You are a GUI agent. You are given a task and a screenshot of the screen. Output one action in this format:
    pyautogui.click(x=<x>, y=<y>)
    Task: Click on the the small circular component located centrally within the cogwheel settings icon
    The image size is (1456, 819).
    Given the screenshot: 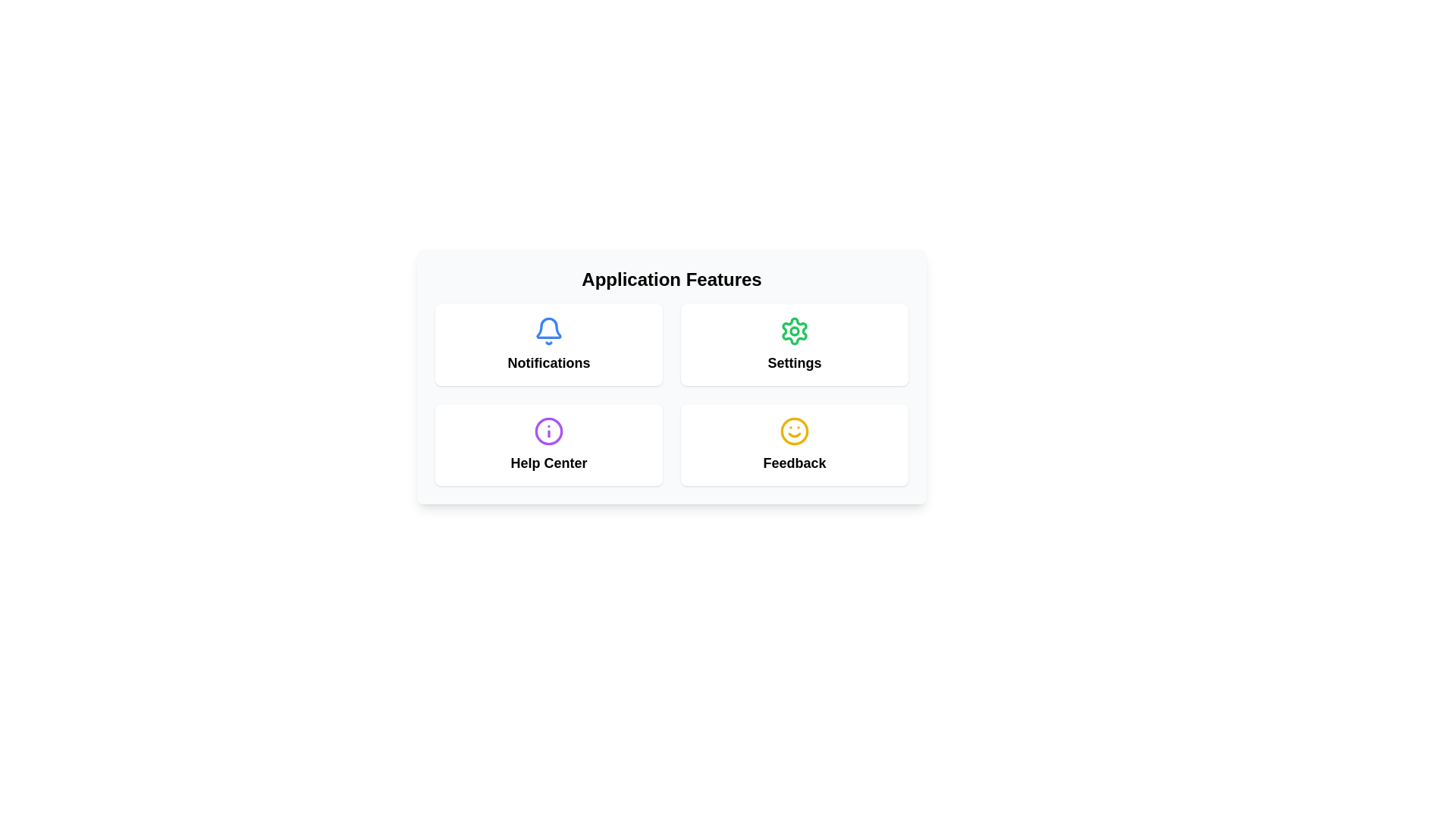 What is the action you would take?
    pyautogui.click(x=793, y=330)
    